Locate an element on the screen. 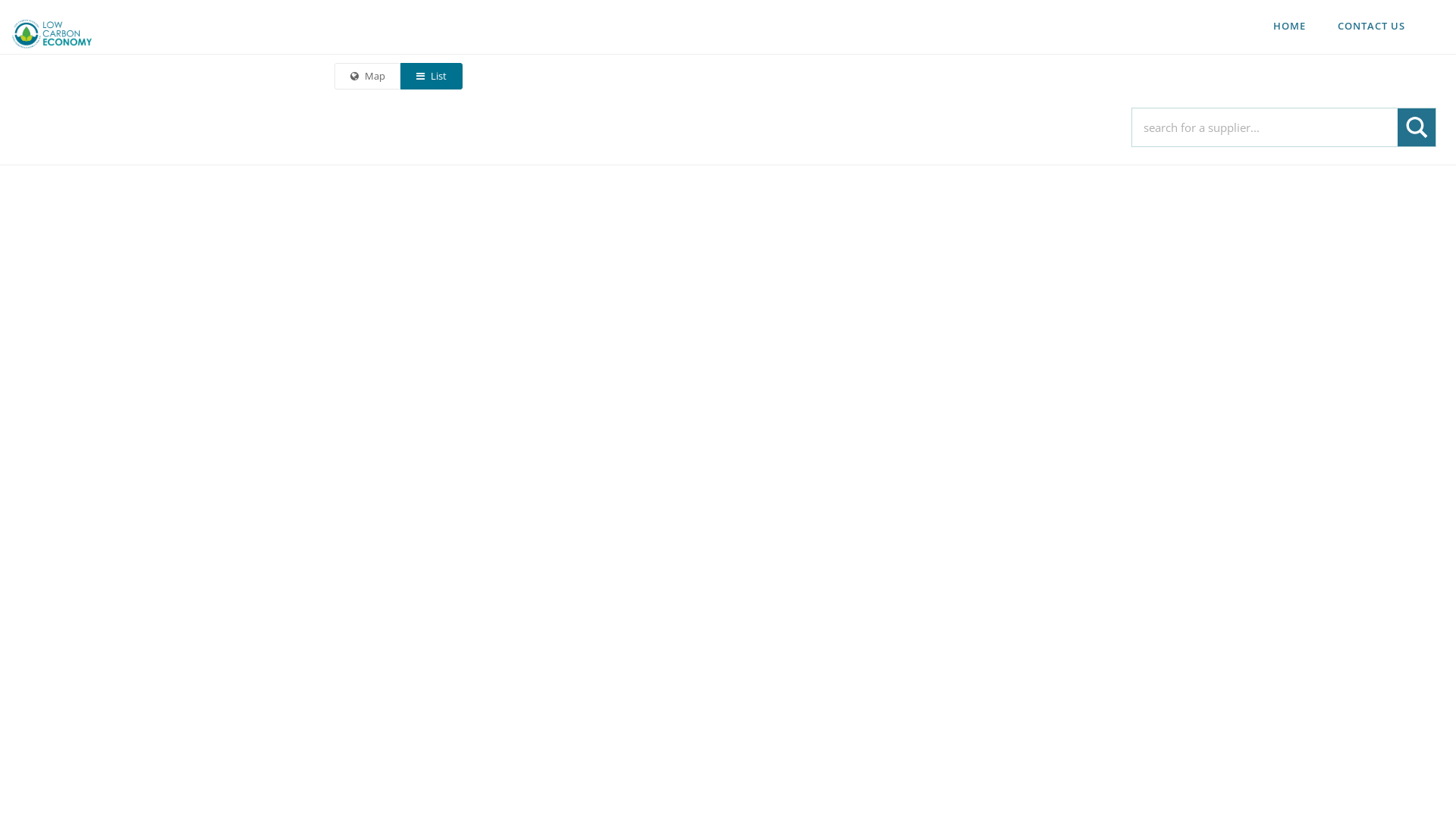 The image size is (1456, 819). 'HOME' is located at coordinates (1288, 26).